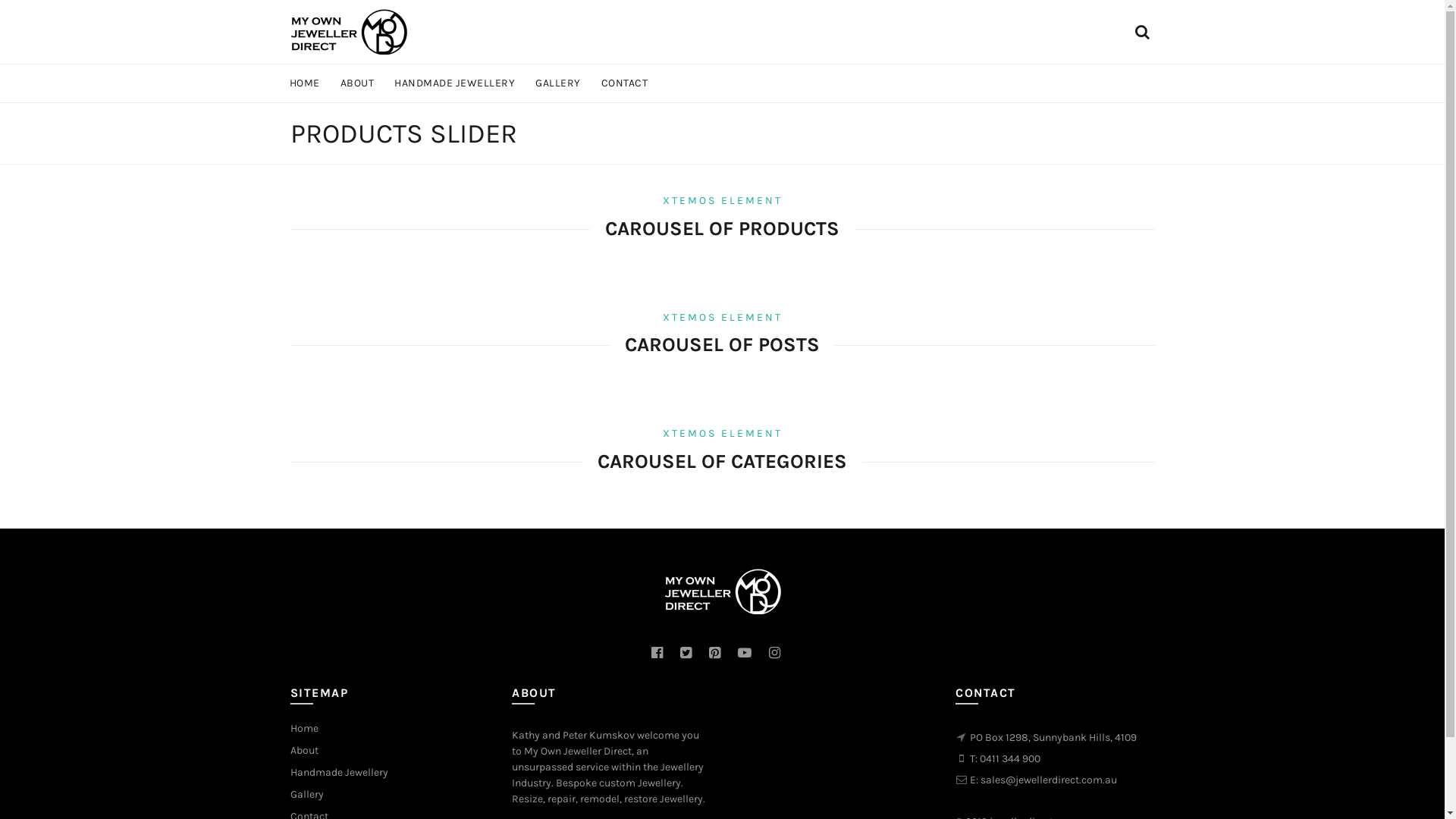  What do you see at coordinates (303, 749) in the screenshot?
I see `'About'` at bounding box center [303, 749].